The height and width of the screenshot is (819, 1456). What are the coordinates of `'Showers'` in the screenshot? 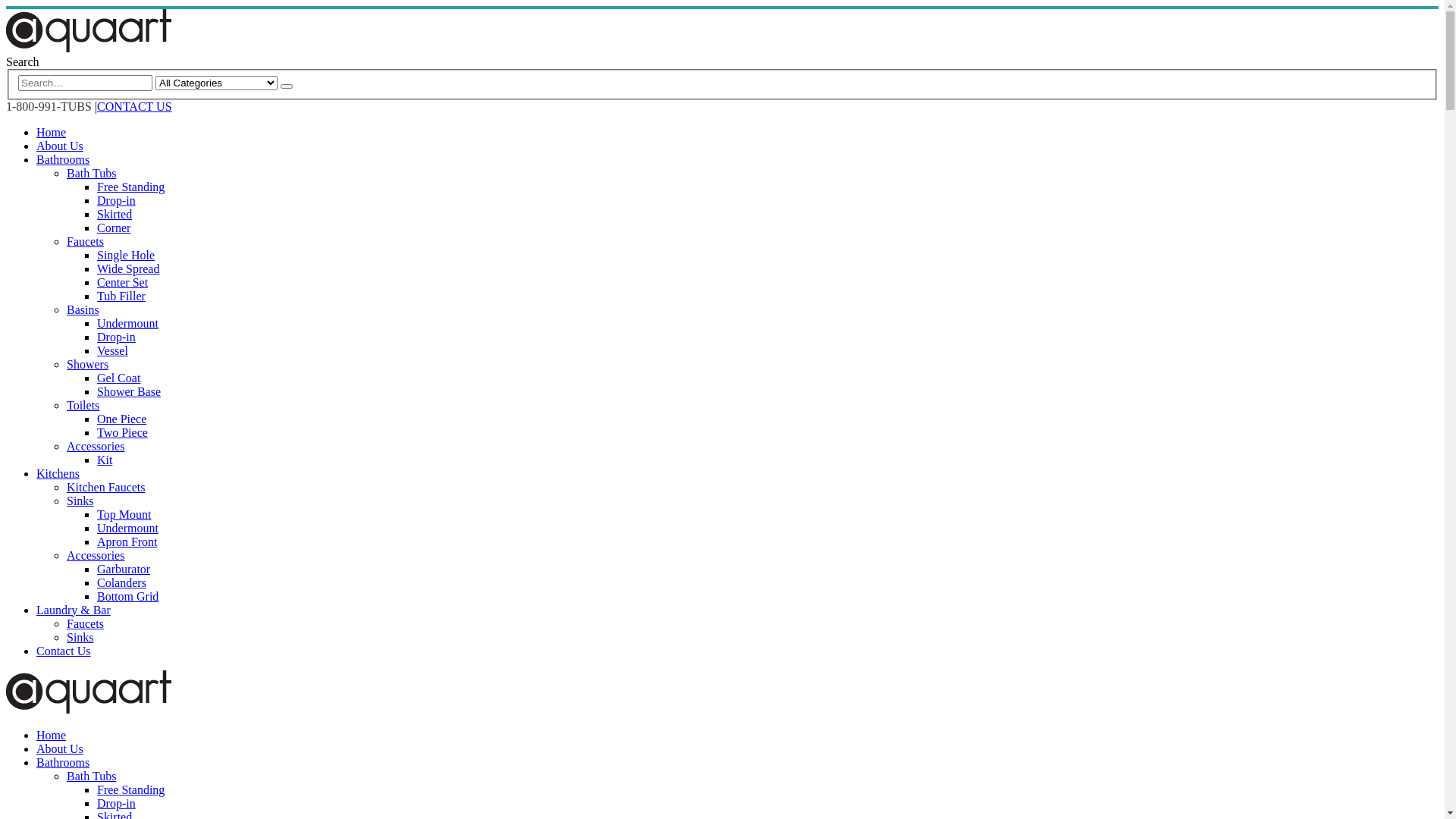 It's located at (86, 364).